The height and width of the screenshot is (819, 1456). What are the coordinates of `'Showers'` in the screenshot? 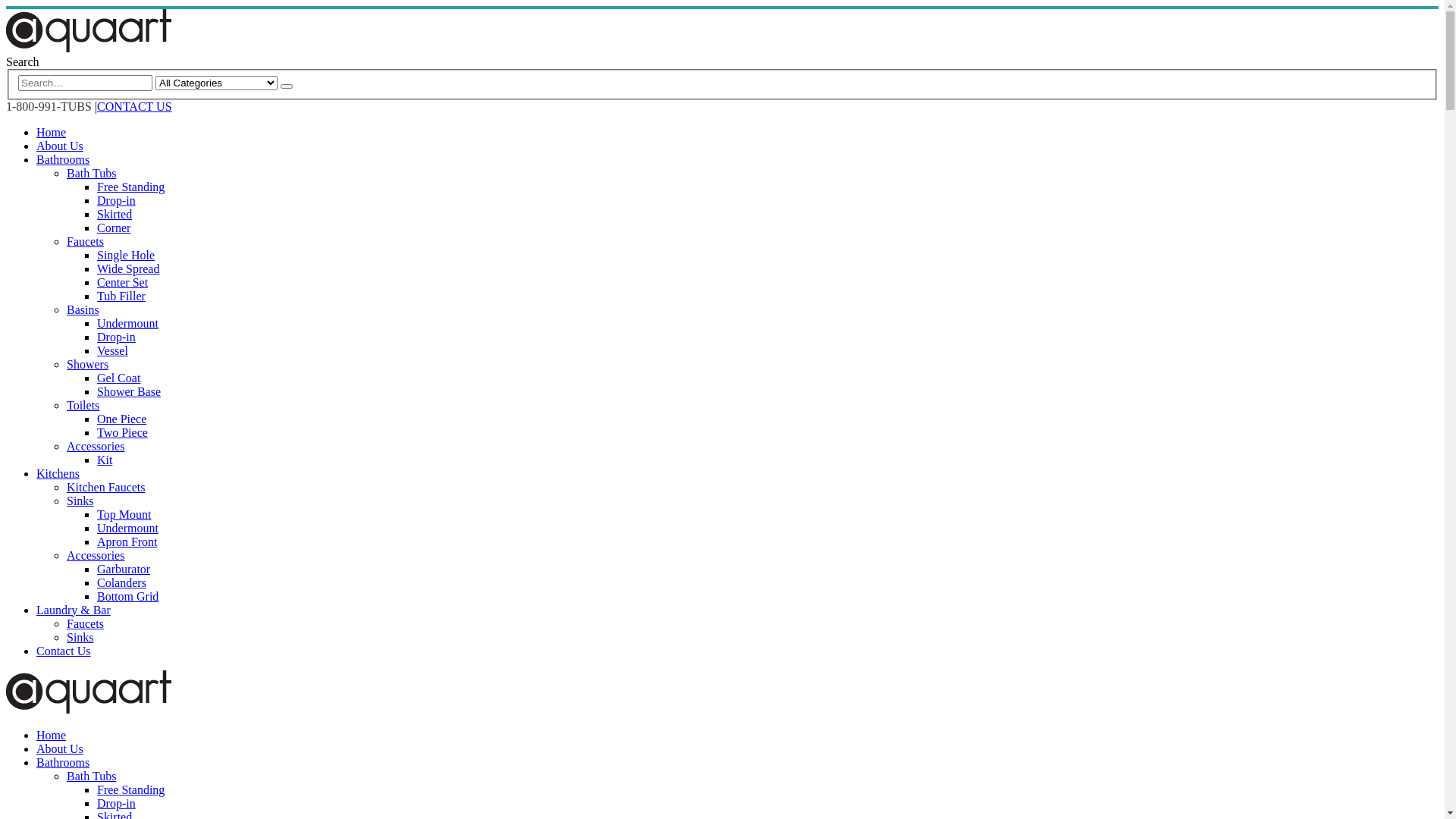 It's located at (86, 364).